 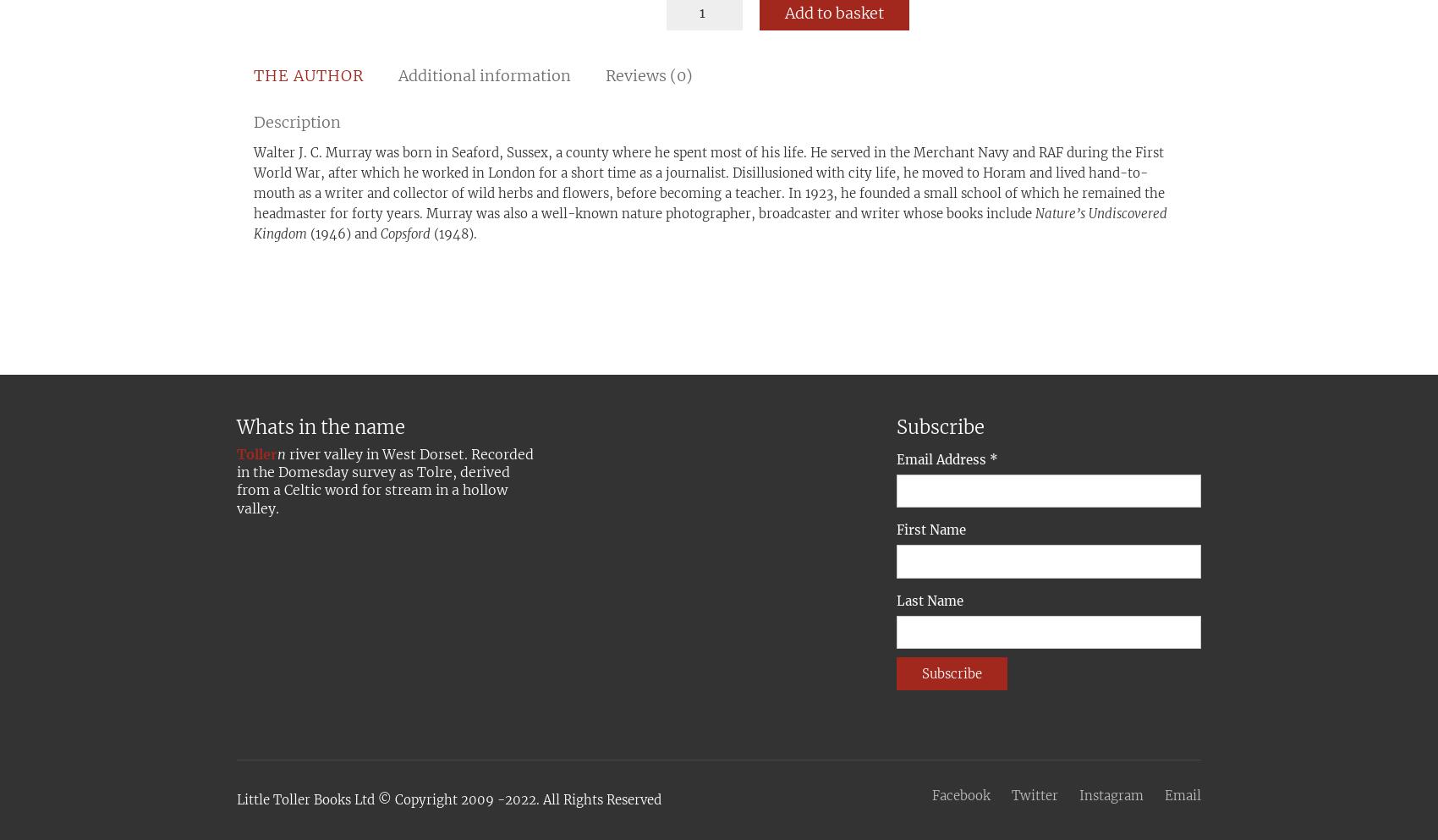 I want to click on 'Last Name', so click(x=930, y=599).